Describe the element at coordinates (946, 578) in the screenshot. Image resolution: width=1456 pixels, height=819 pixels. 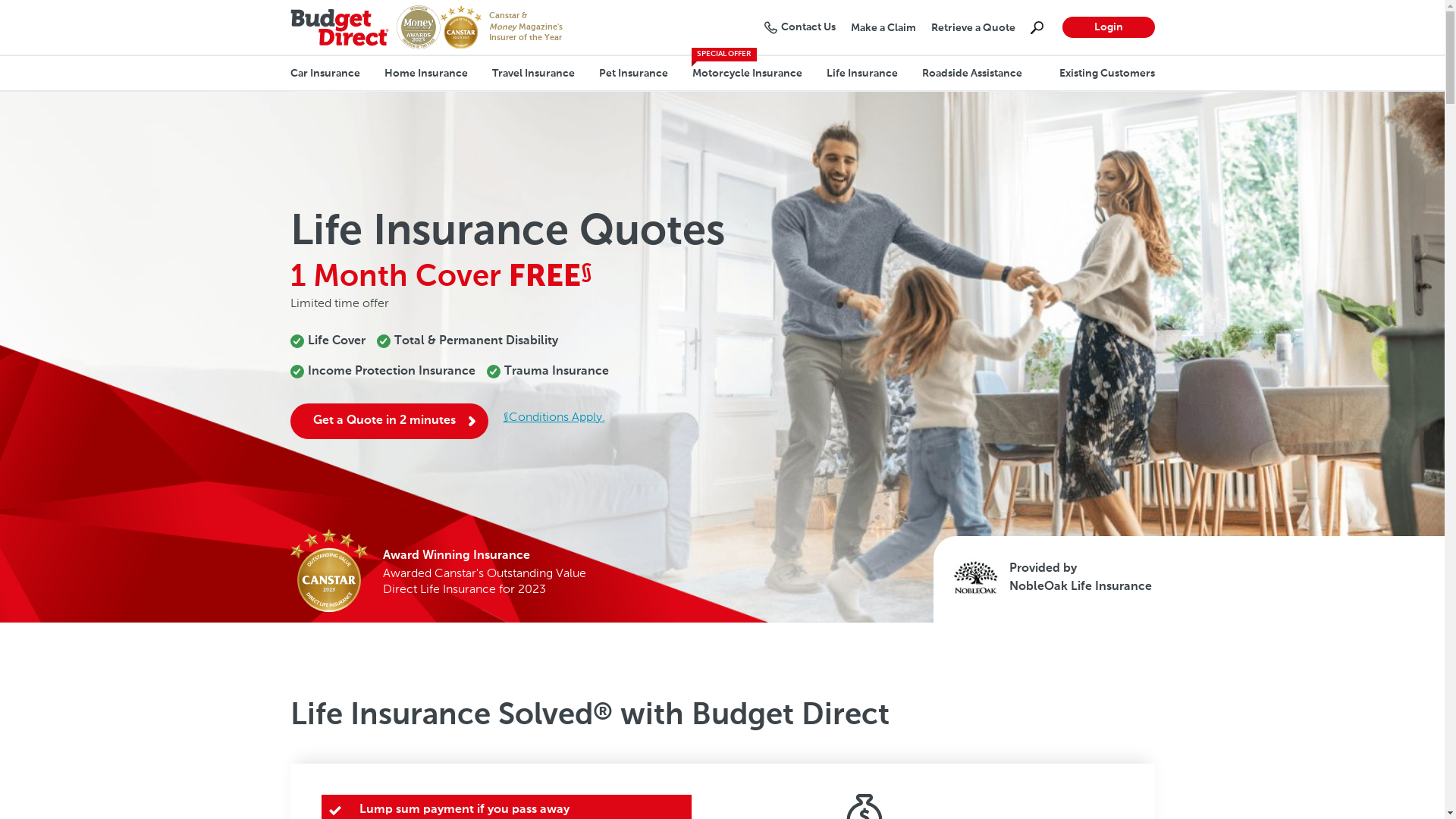
I see `'NobleOak Logo'` at that location.